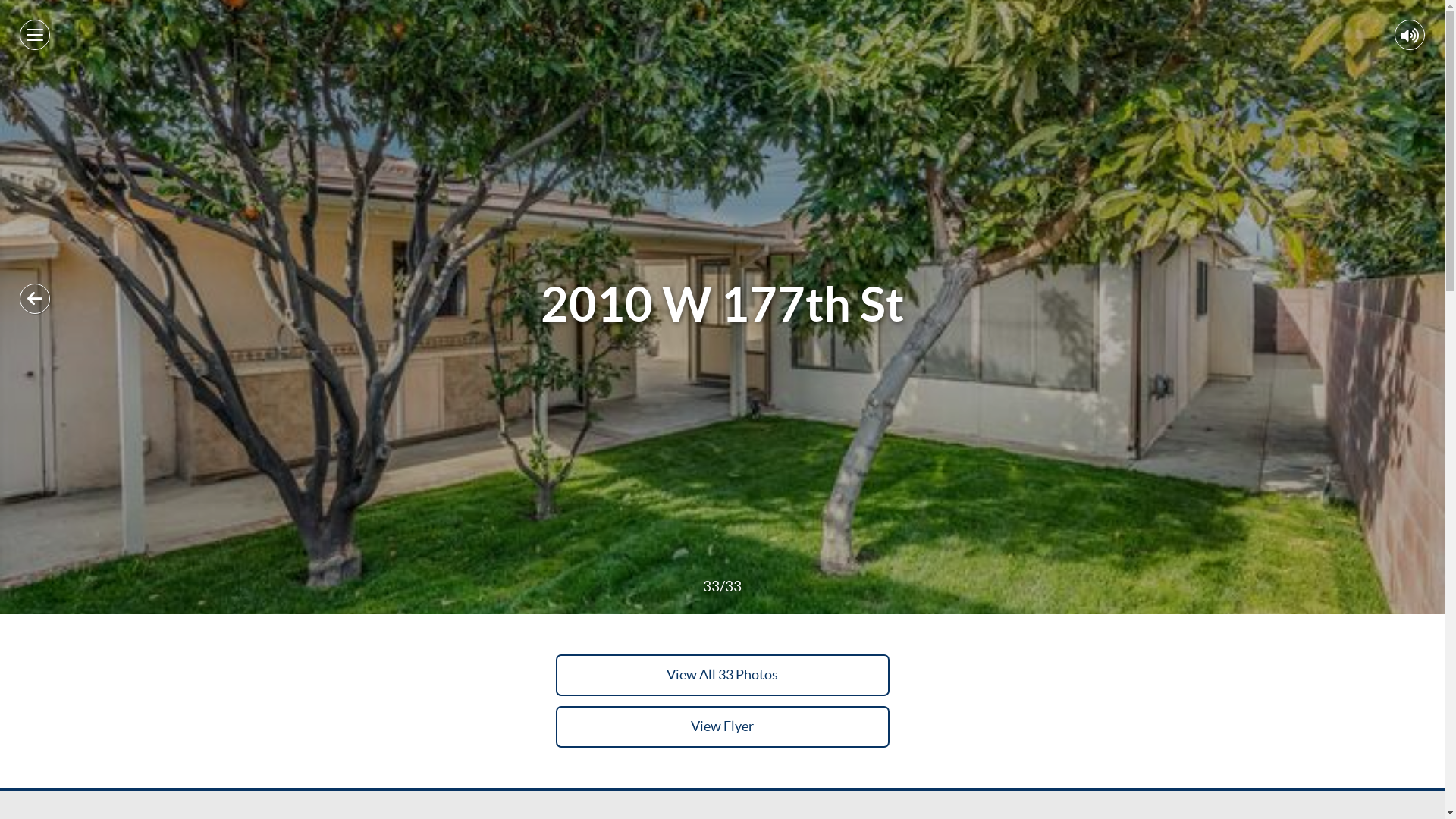 This screenshot has height=819, width=1456. I want to click on 'View Flyer', so click(720, 726).